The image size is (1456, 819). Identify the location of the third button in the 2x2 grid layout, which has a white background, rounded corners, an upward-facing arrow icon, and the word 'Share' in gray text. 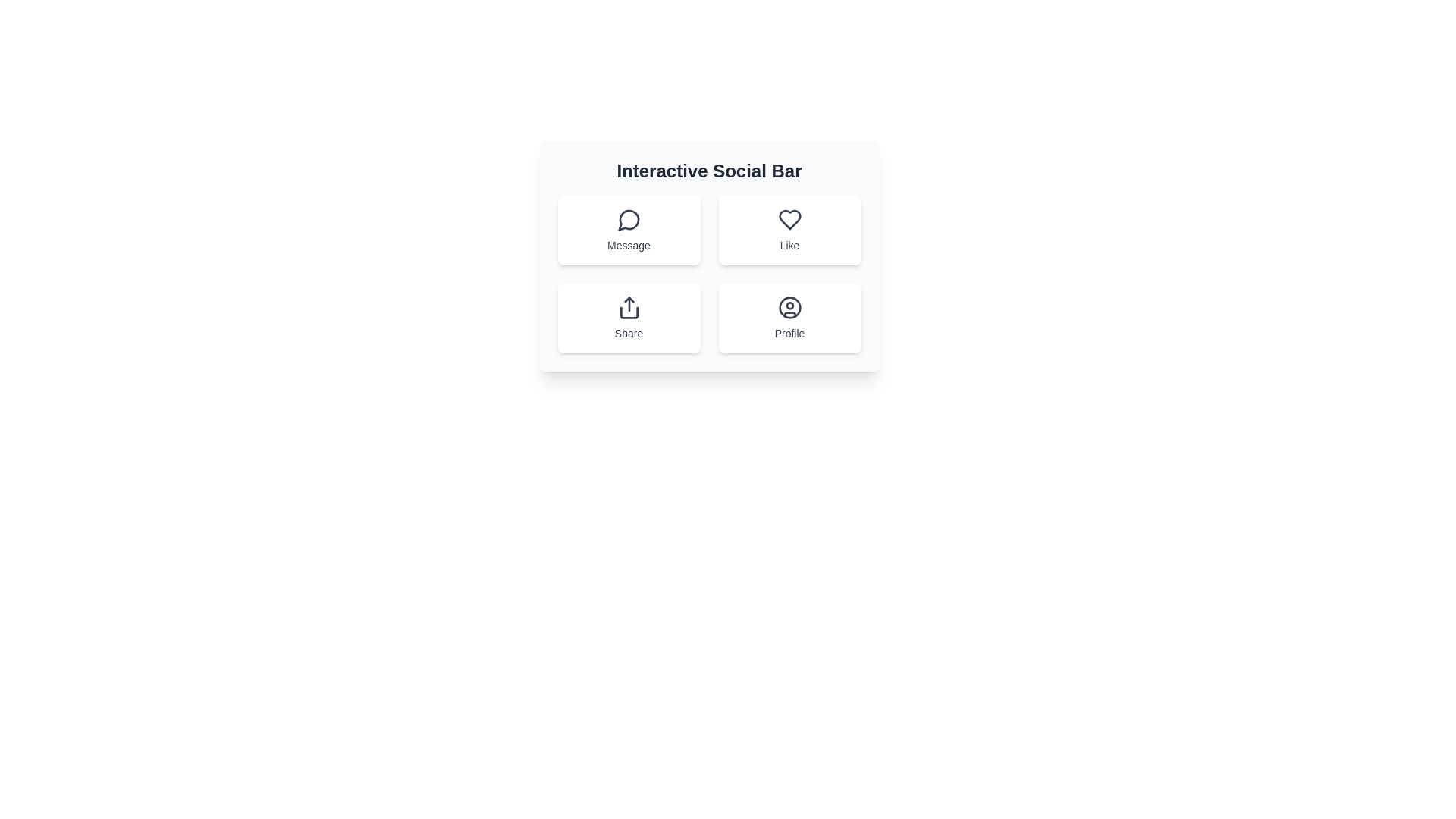
(629, 318).